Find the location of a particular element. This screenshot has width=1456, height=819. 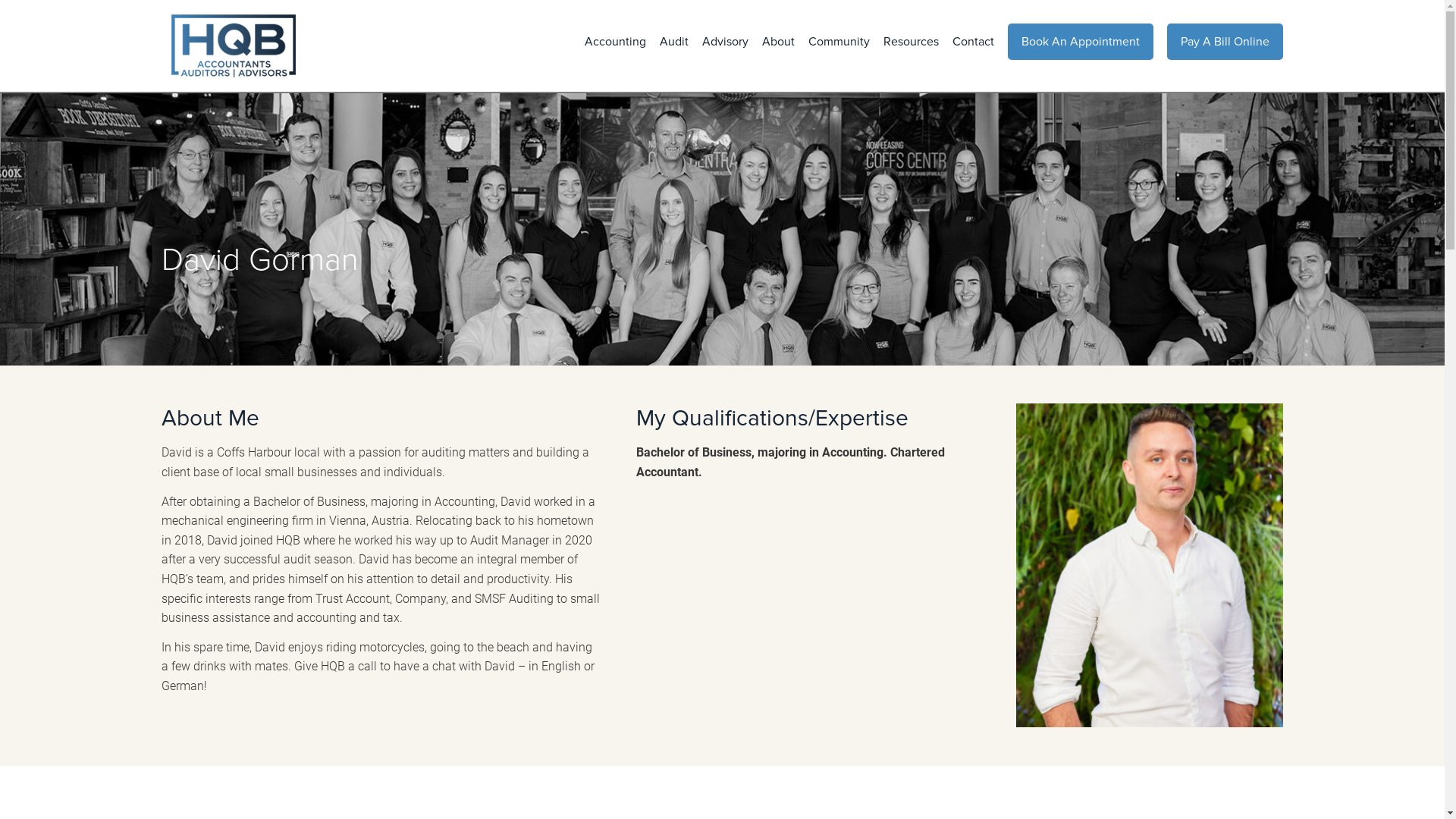

'Community' is located at coordinates (831, 40).